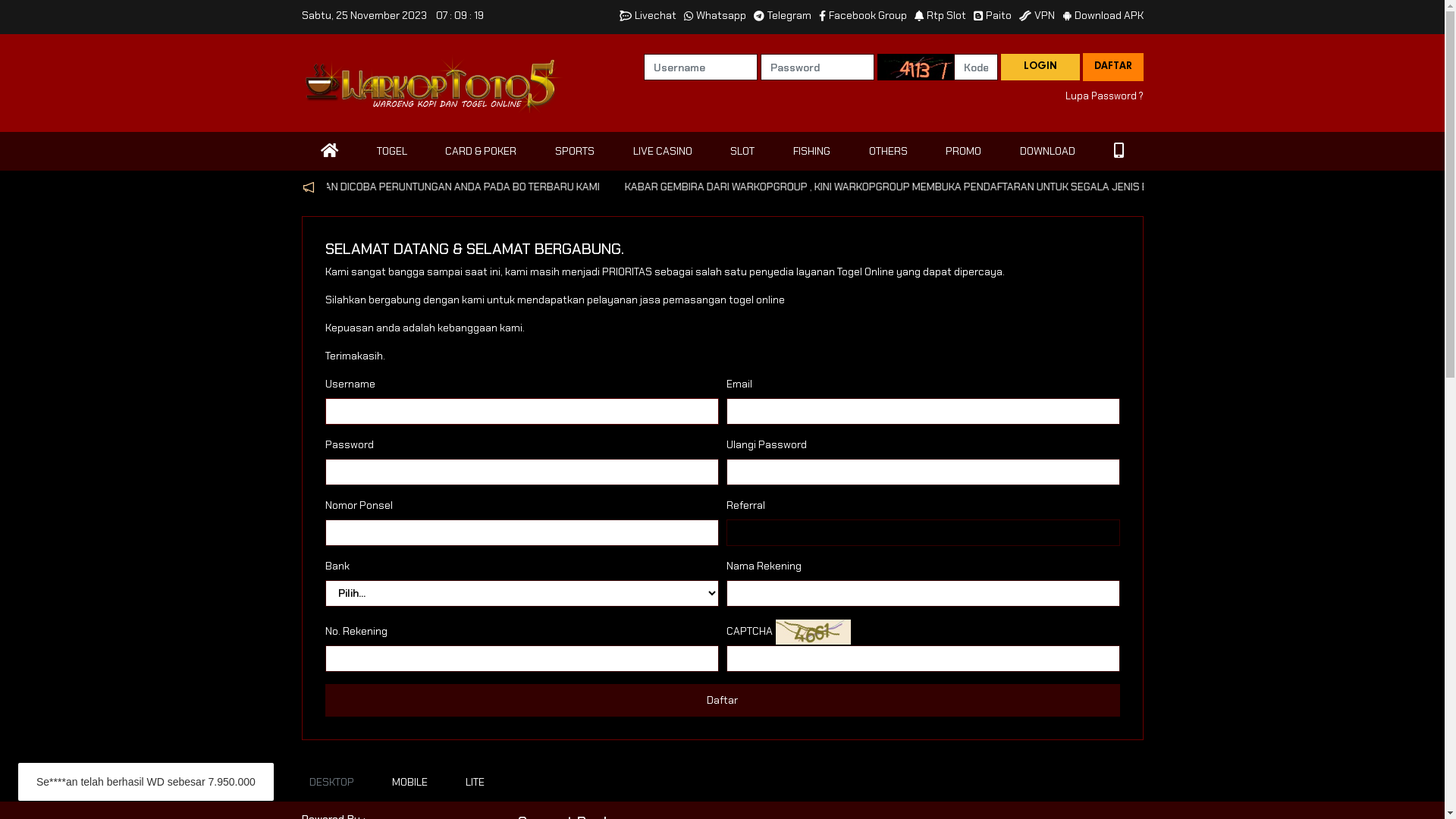  I want to click on 'Download APK', so click(1102, 15).